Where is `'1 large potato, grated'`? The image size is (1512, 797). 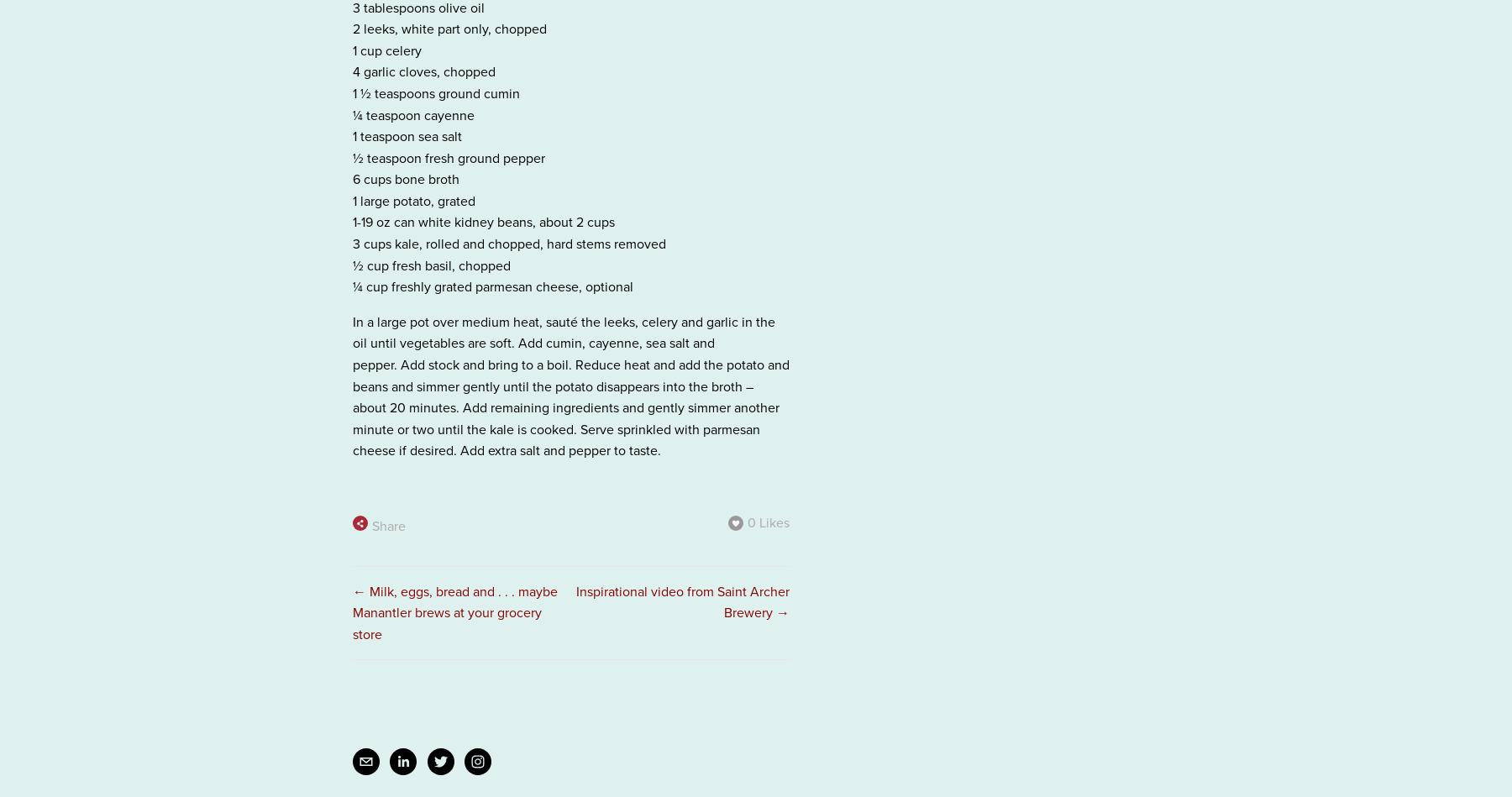
'1 large potato, grated' is located at coordinates (413, 199).